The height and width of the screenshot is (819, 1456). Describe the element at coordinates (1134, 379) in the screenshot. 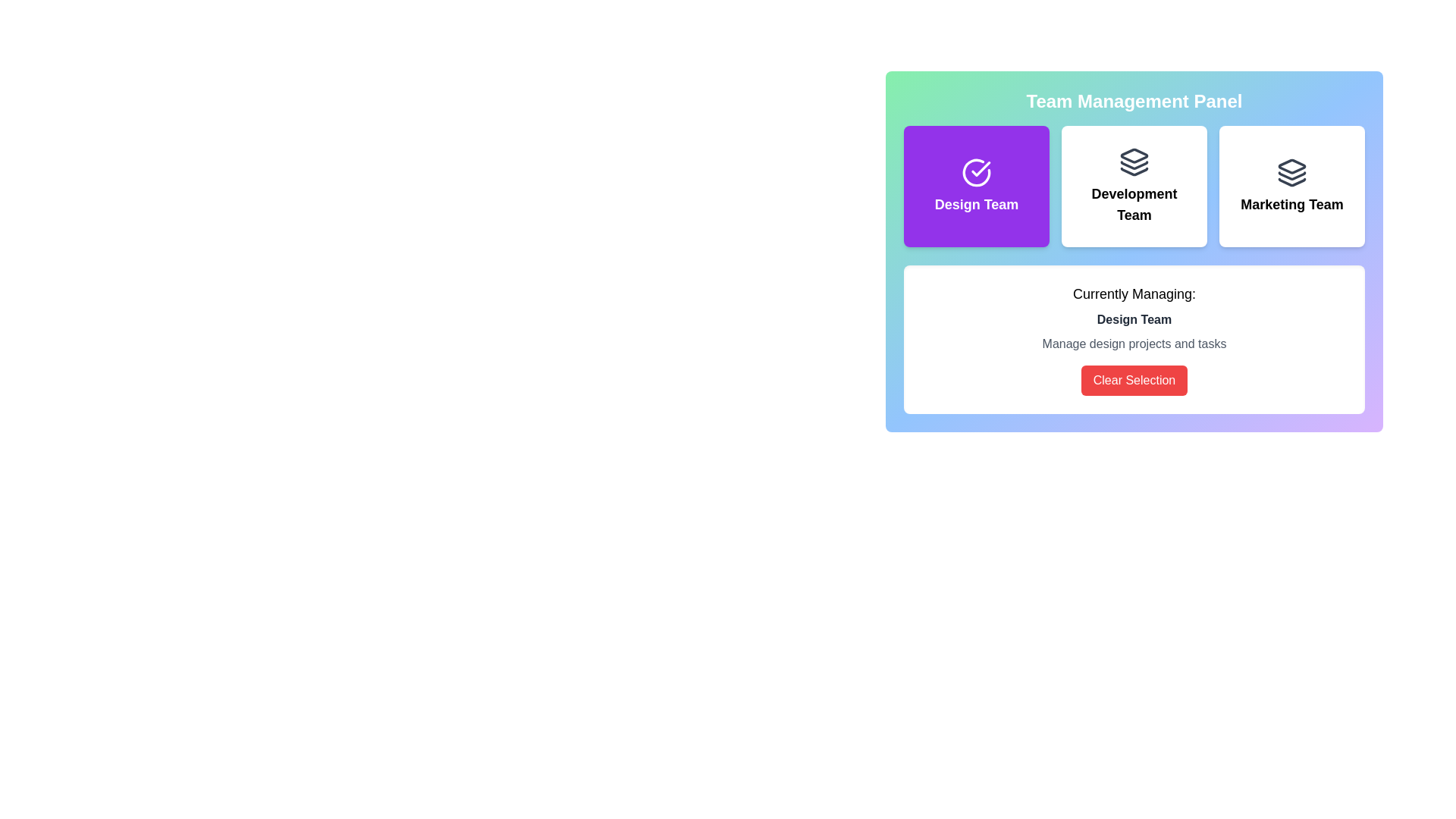

I see `the 'Clear Selection' button located below the 'Manage design projects and tasks' text` at that location.